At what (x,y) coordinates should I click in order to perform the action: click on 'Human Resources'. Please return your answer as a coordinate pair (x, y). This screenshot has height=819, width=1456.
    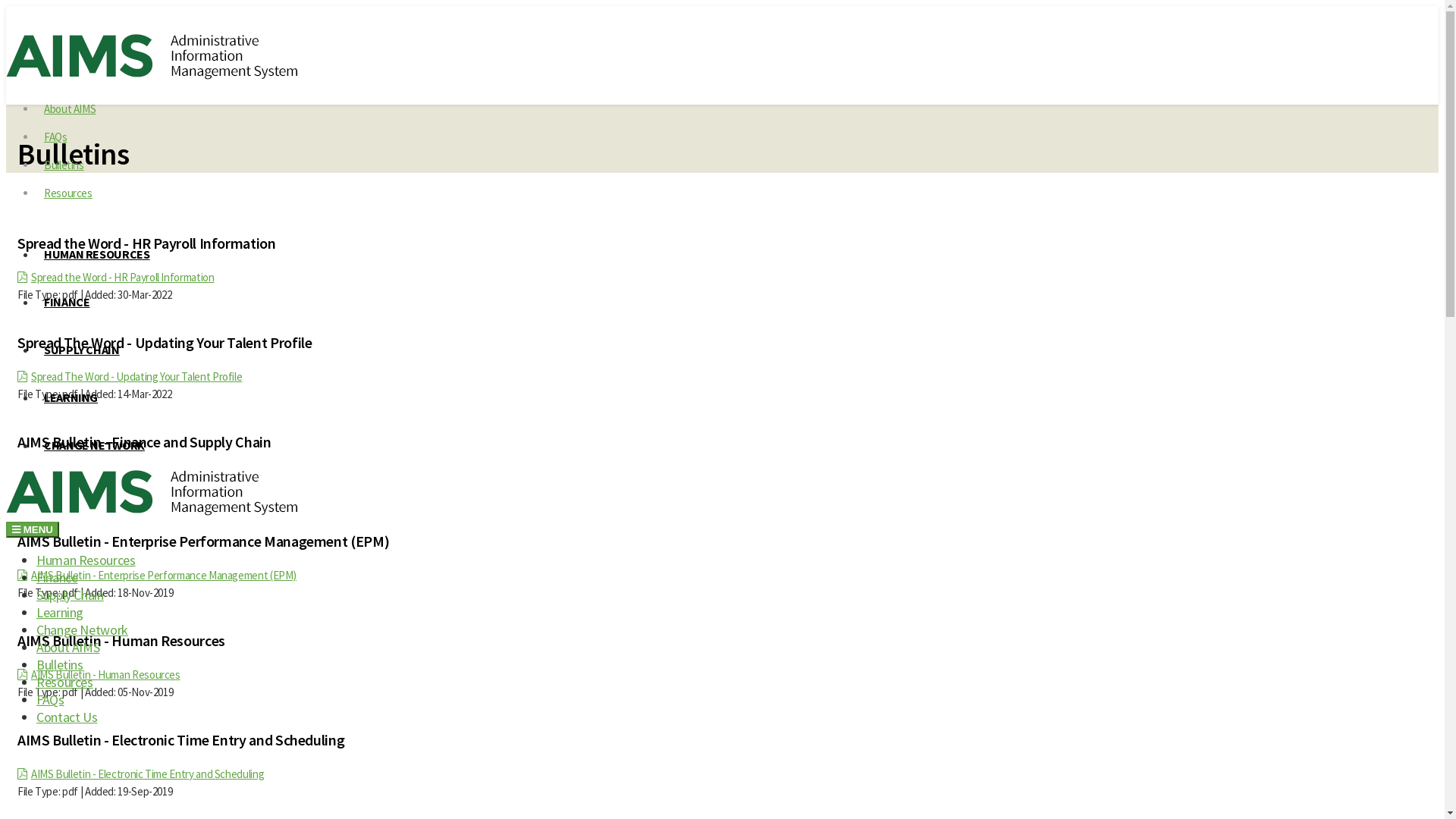
    Looking at the image, I should click on (36, 560).